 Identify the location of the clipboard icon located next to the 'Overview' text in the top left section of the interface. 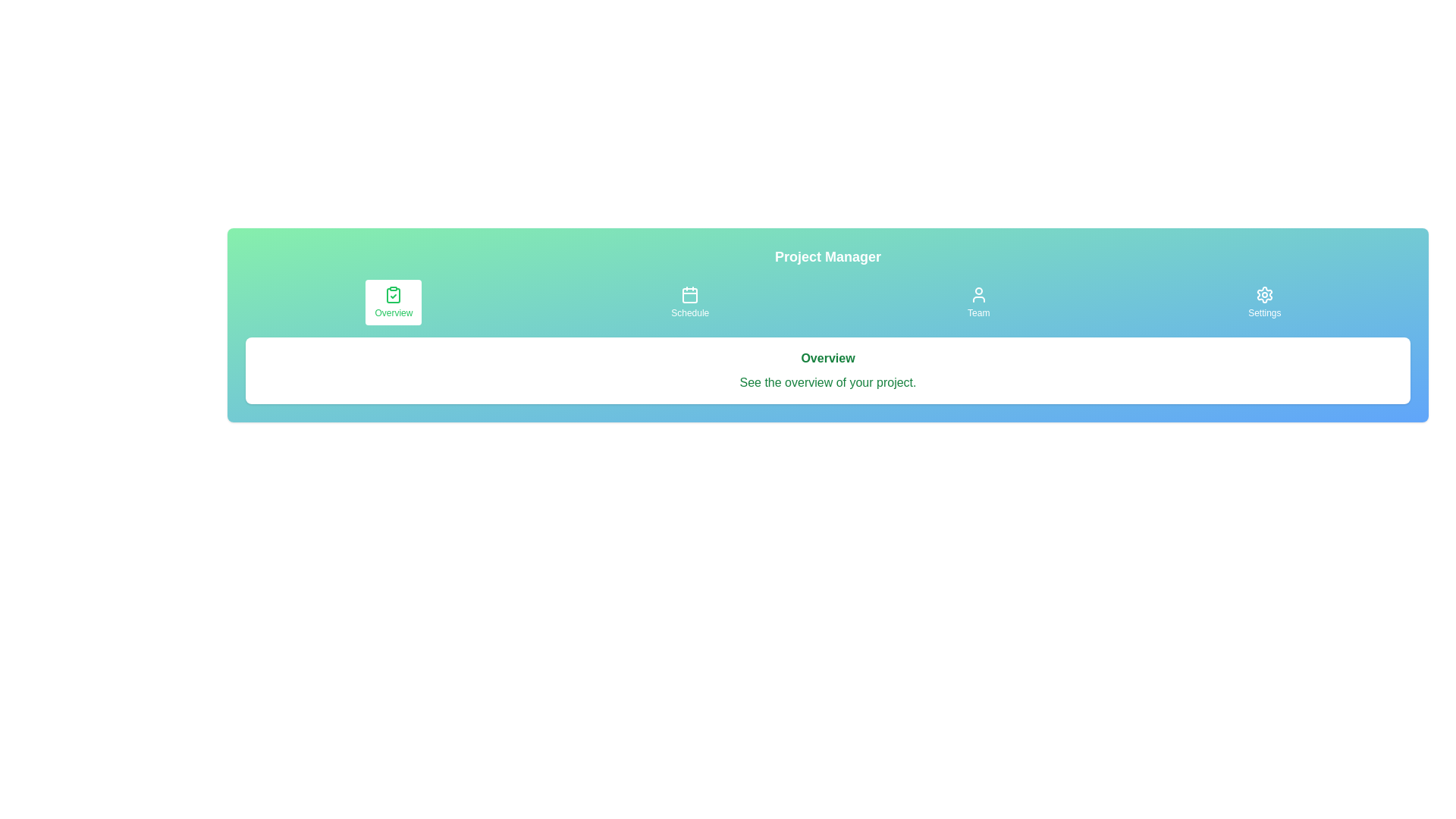
(394, 295).